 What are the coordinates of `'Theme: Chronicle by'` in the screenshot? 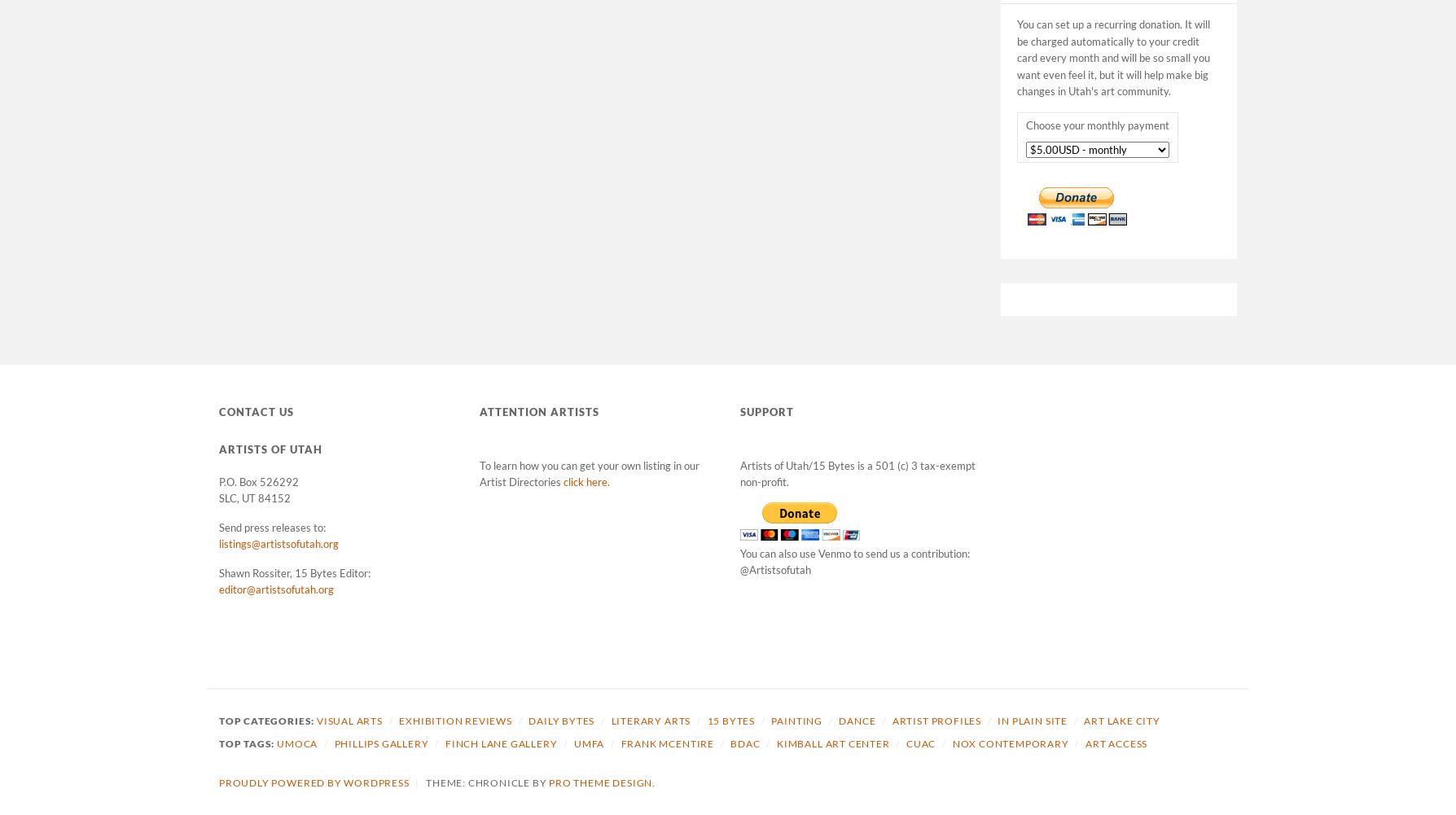 It's located at (425, 781).